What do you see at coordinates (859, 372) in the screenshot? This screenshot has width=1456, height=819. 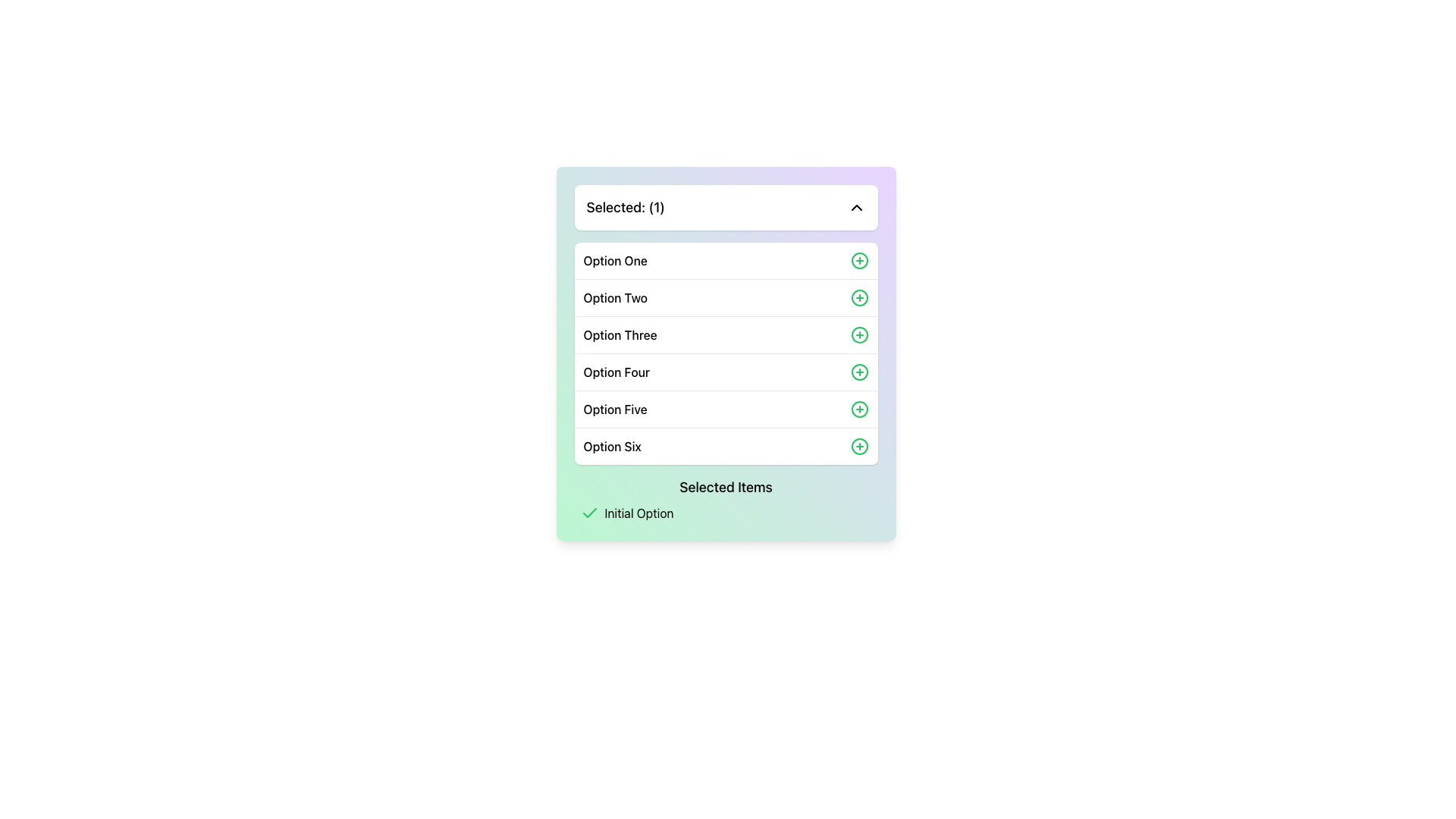 I see `the green circular button with a plus symbol located on the right side of the 'Option Four' row in the dropdown list` at bounding box center [859, 372].